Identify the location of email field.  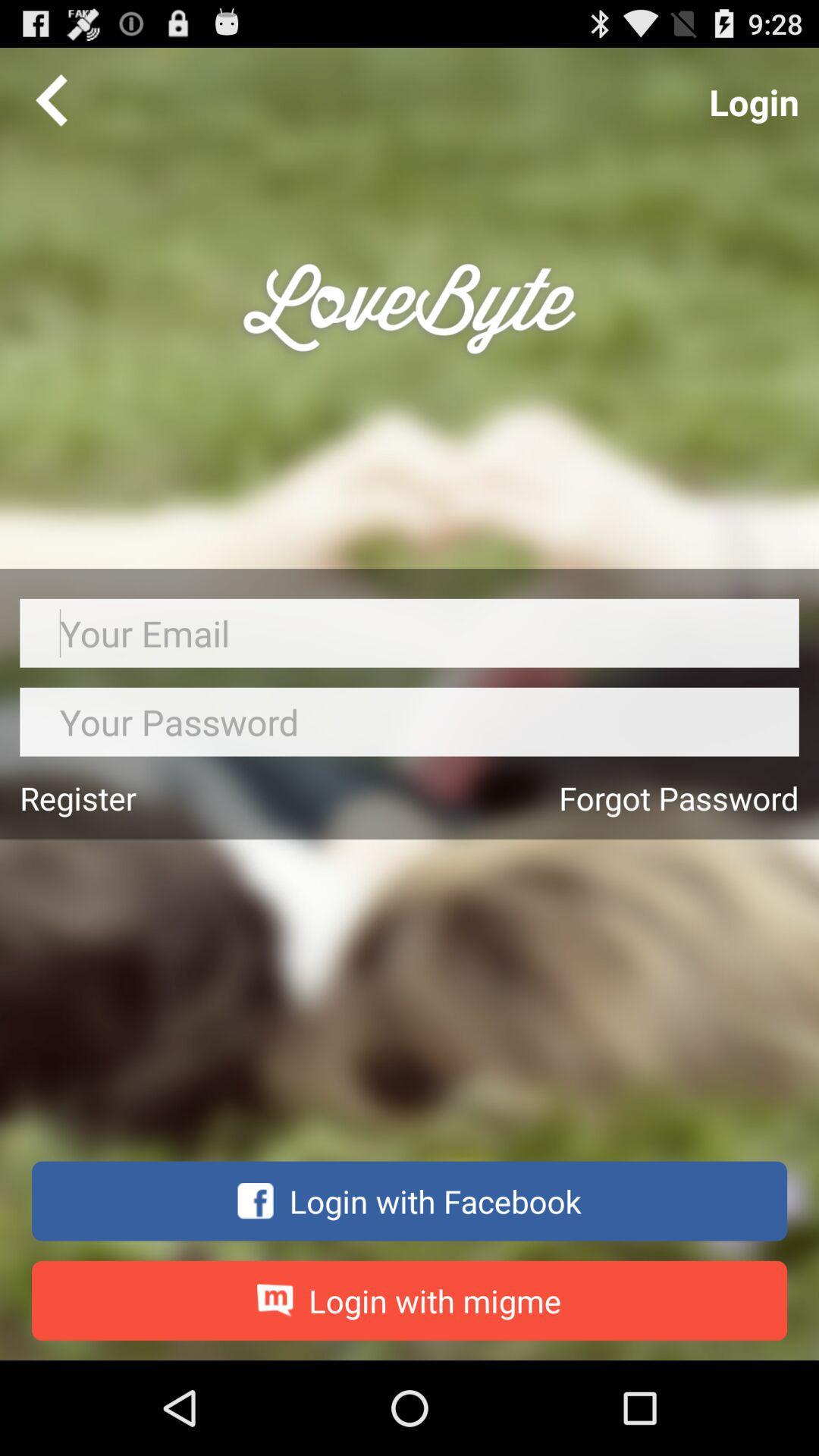
(409, 633).